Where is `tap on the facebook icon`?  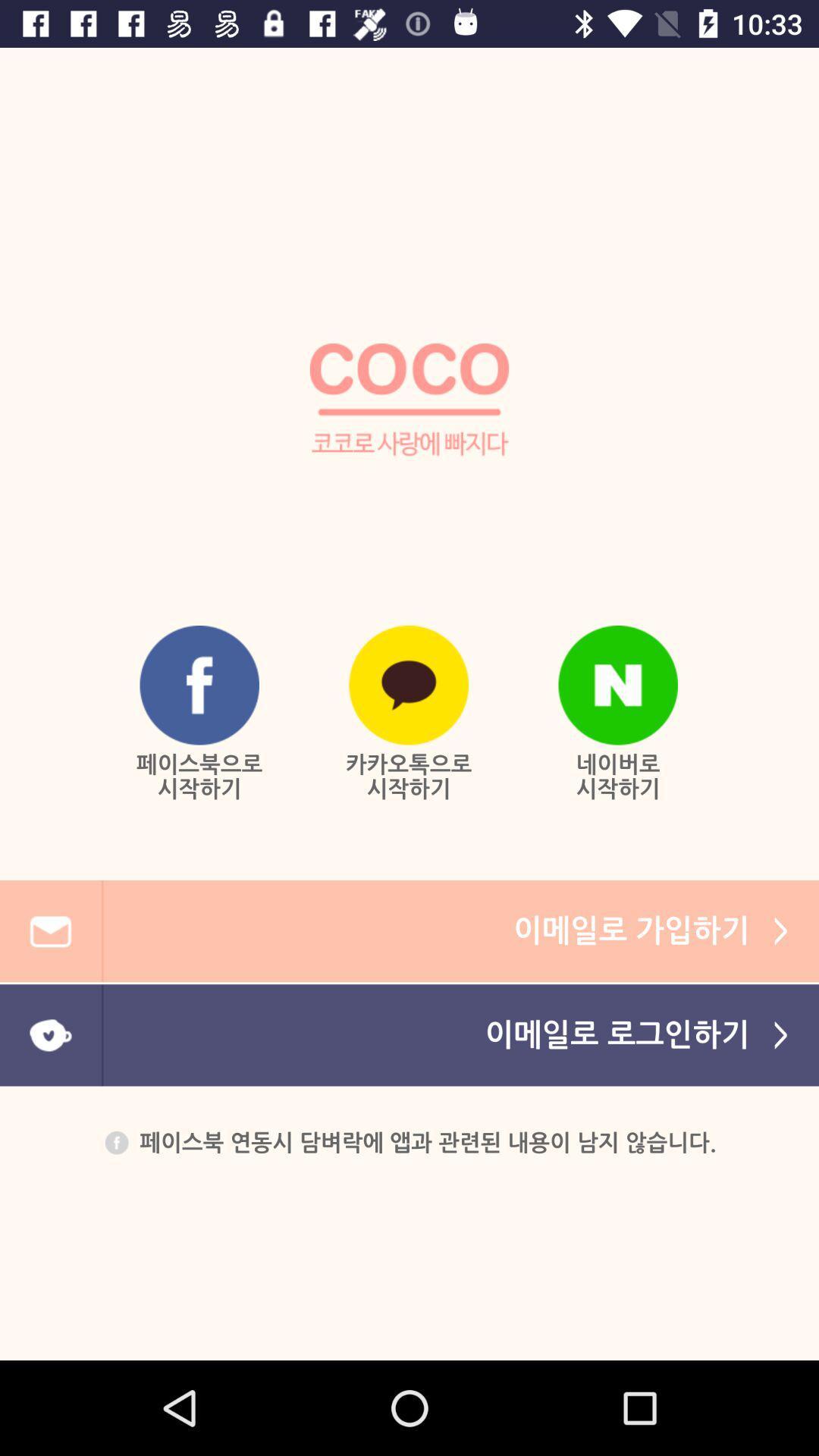
tap on the facebook icon is located at coordinates (199, 684).